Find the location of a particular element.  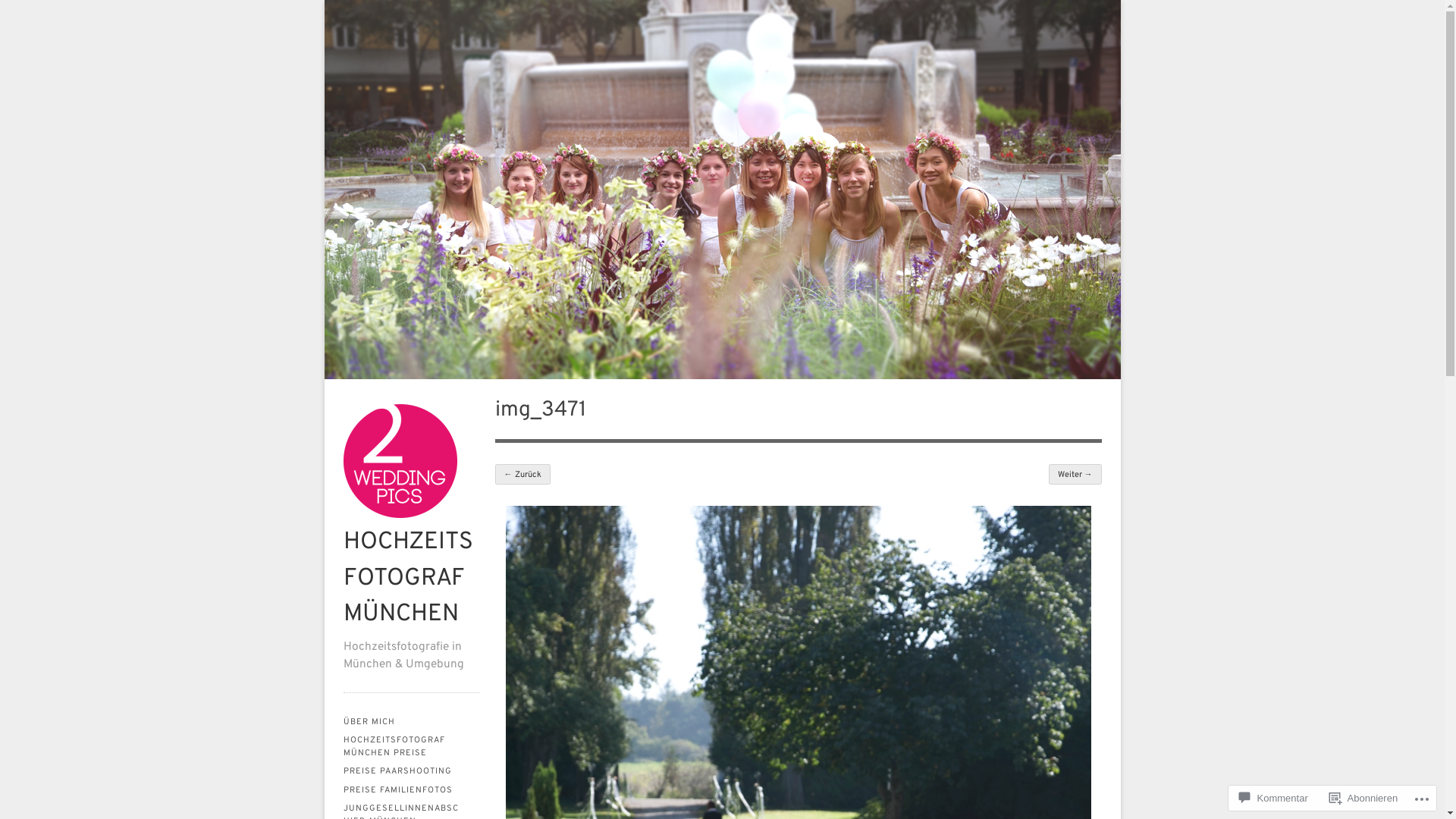

'Abonnieren' is located at coordinates (1363, 797).